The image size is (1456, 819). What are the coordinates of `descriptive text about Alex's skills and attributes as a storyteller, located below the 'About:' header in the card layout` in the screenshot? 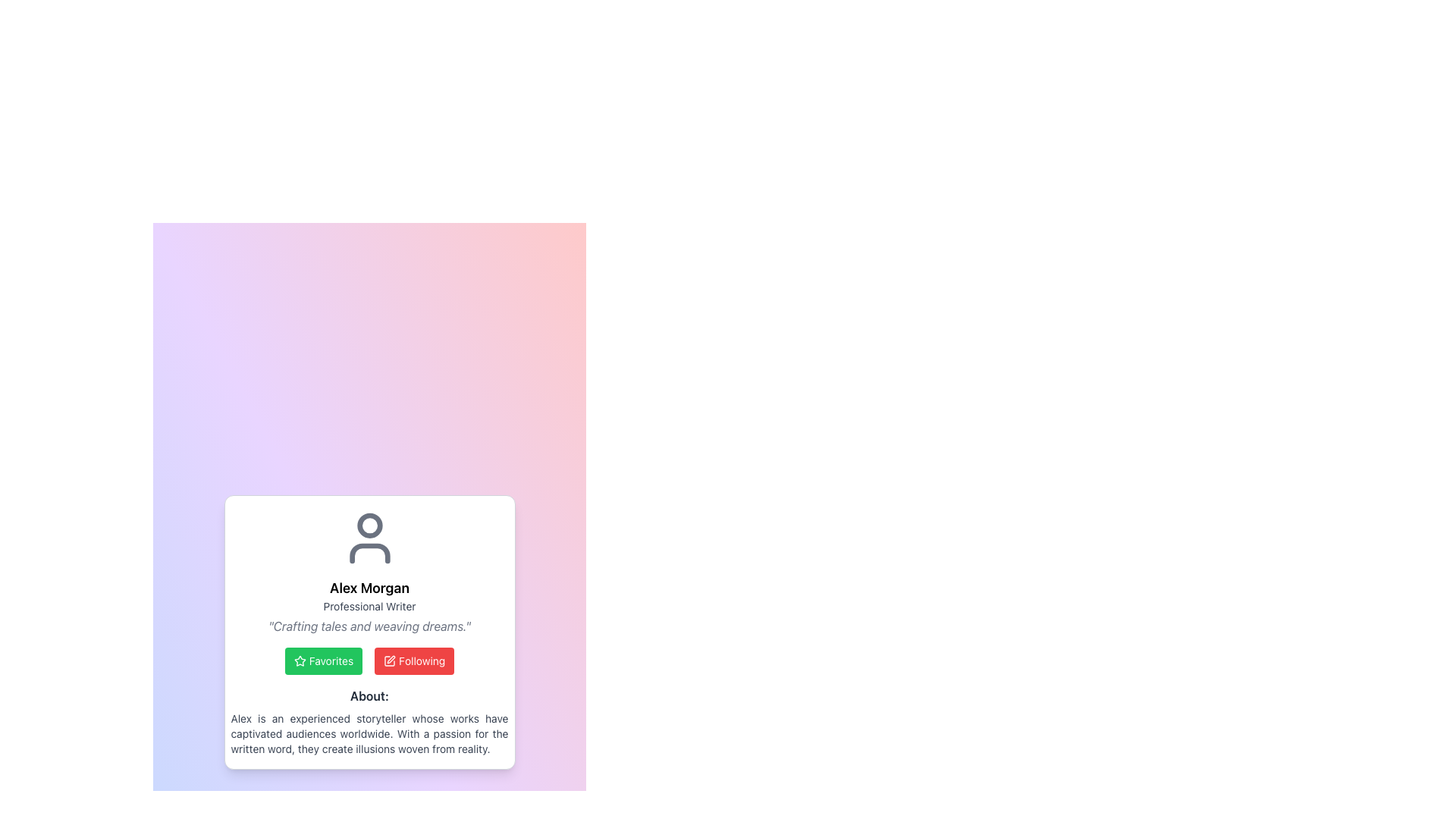 It's located at (369, 733).